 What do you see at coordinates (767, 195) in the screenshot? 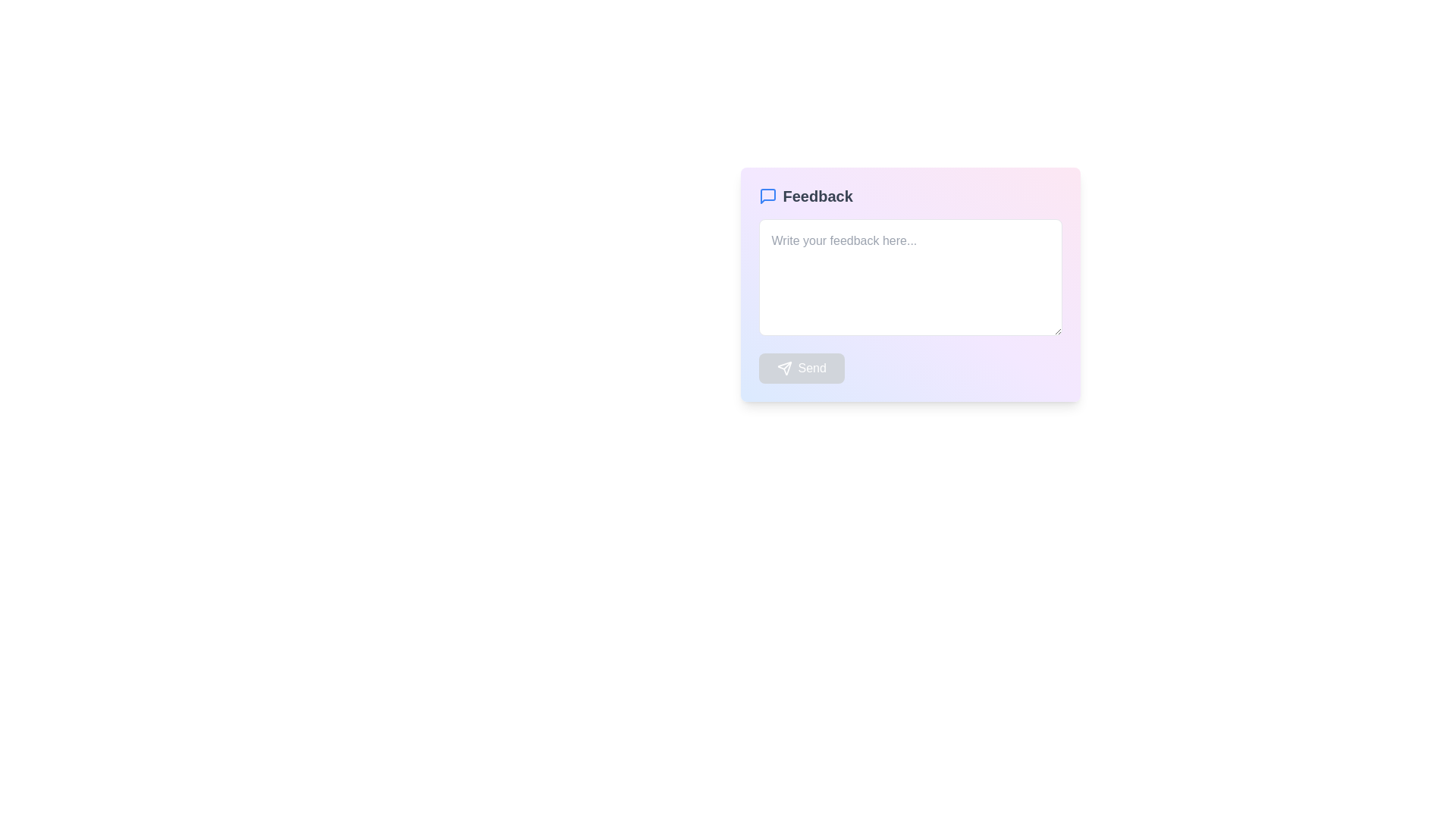
I see `the feedback icon located to the left of the title 'Feedback' in the feedback dialog box` at bounding box center [767, 195].